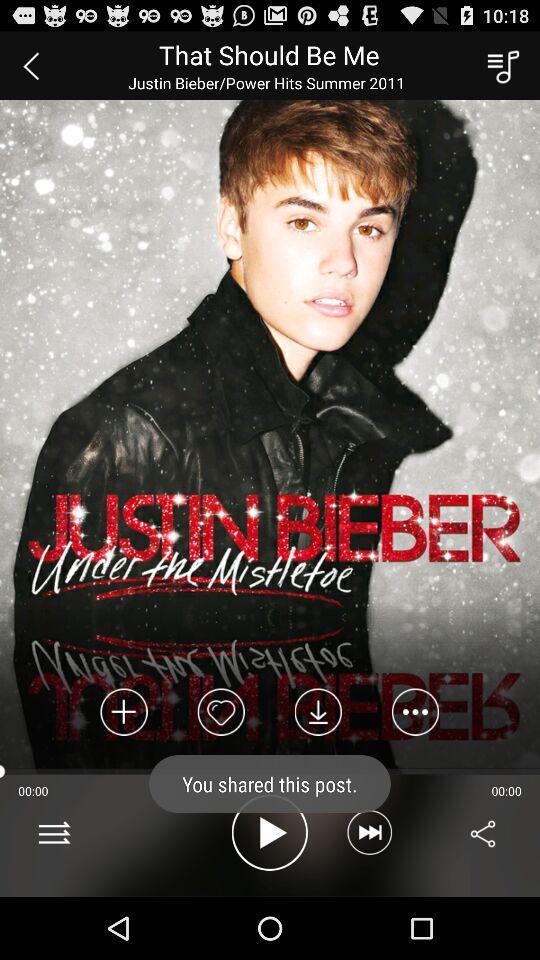  I want to click on the playlist icon, so click(500, 70).